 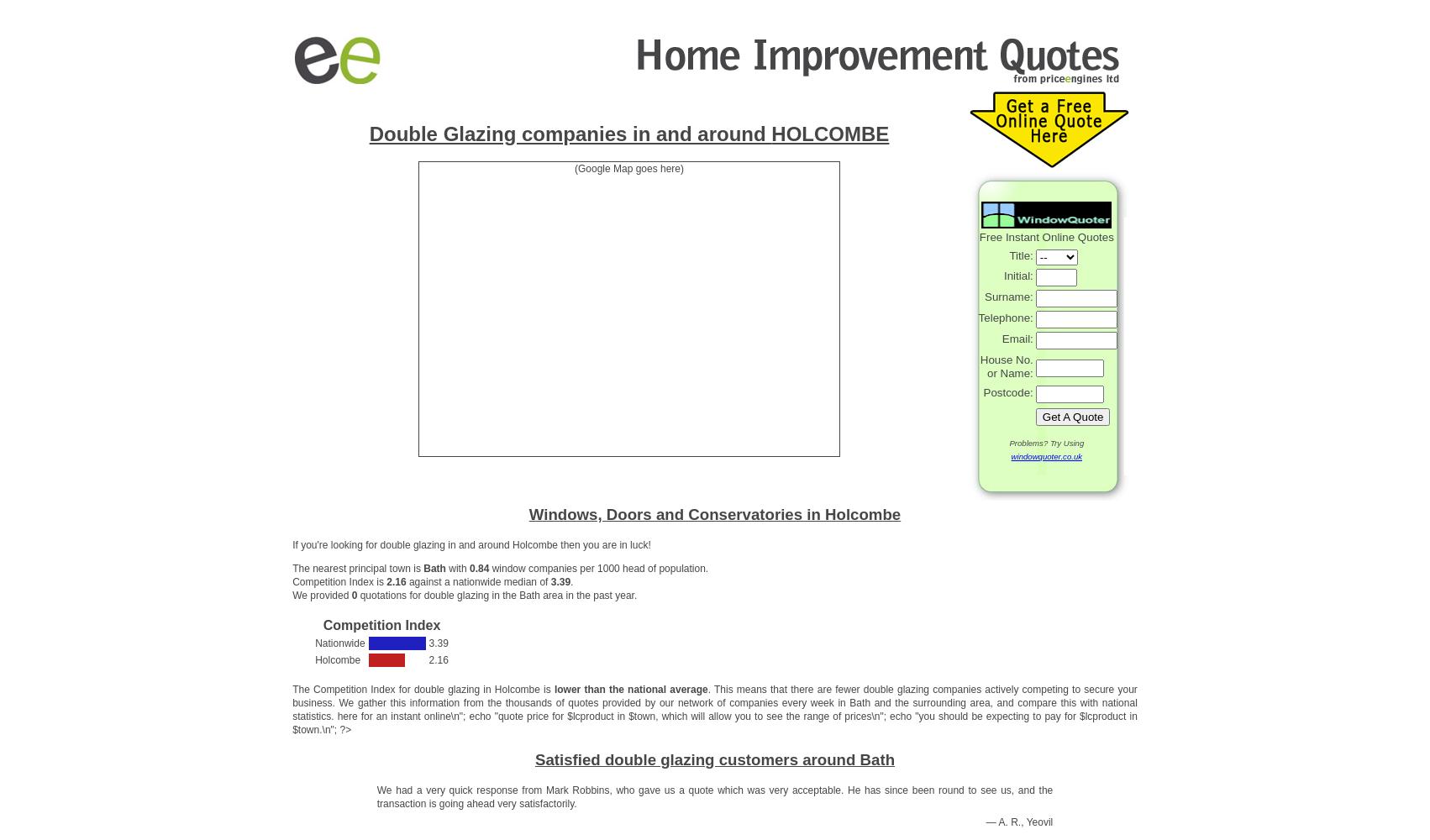 I want to click on '(Google Map goes here)', so click(x=628, y=167).